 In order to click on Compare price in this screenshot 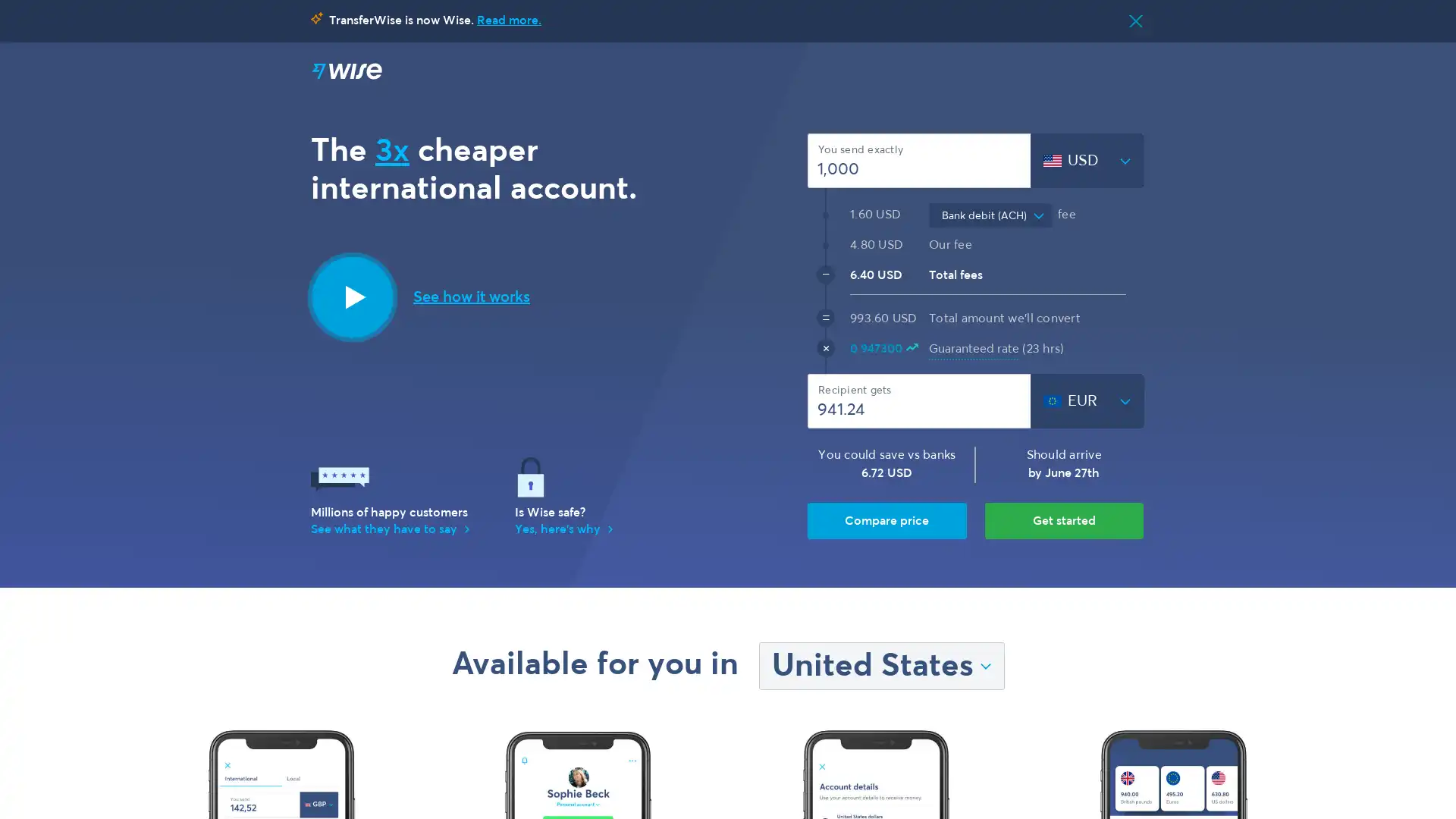, I will do `click(886, 519)`.